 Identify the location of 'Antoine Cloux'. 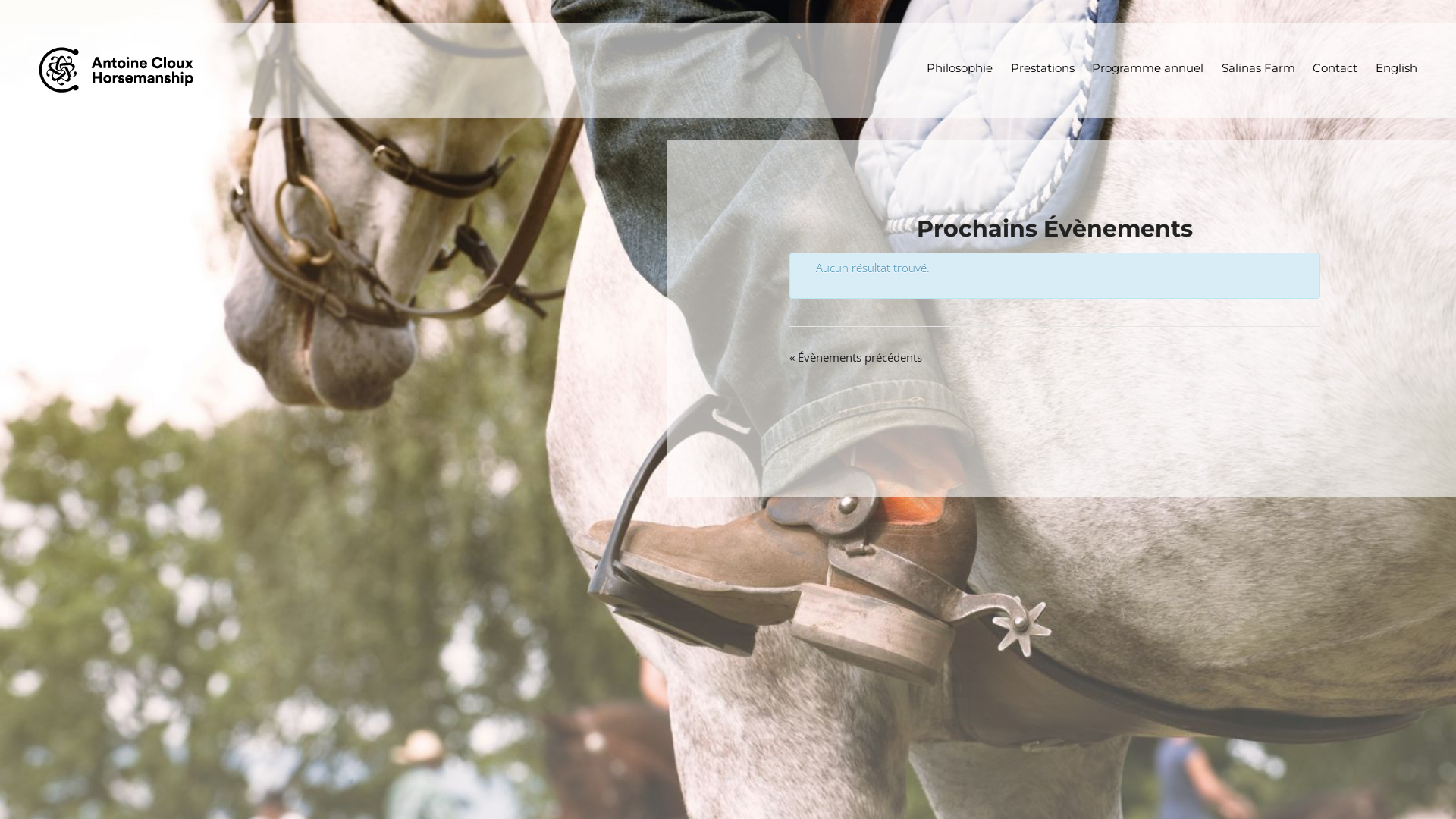
(121, 69).